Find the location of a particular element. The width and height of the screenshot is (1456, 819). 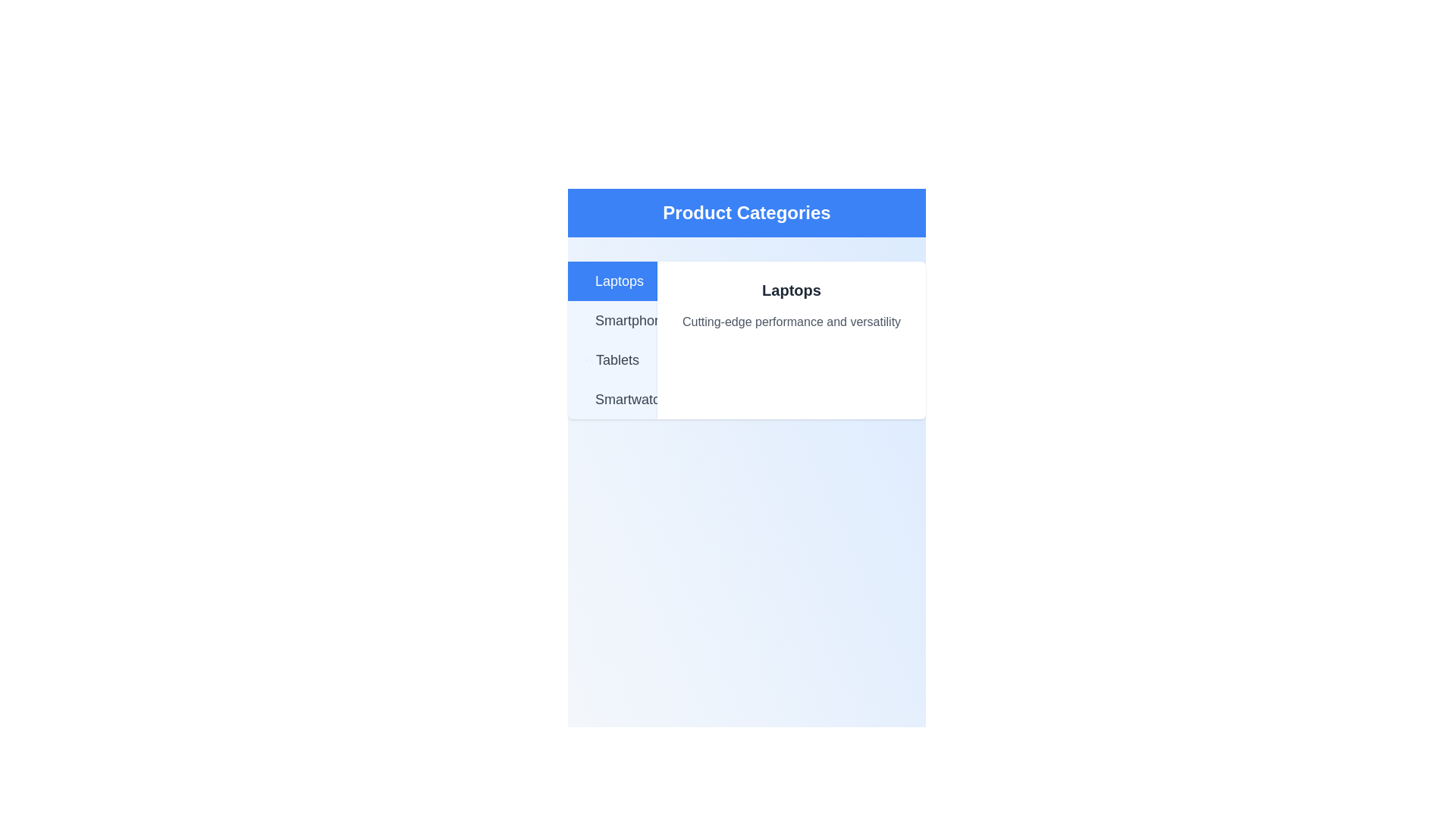

the tab labeled Laptops to display its products is located at coordinates (612, 281).